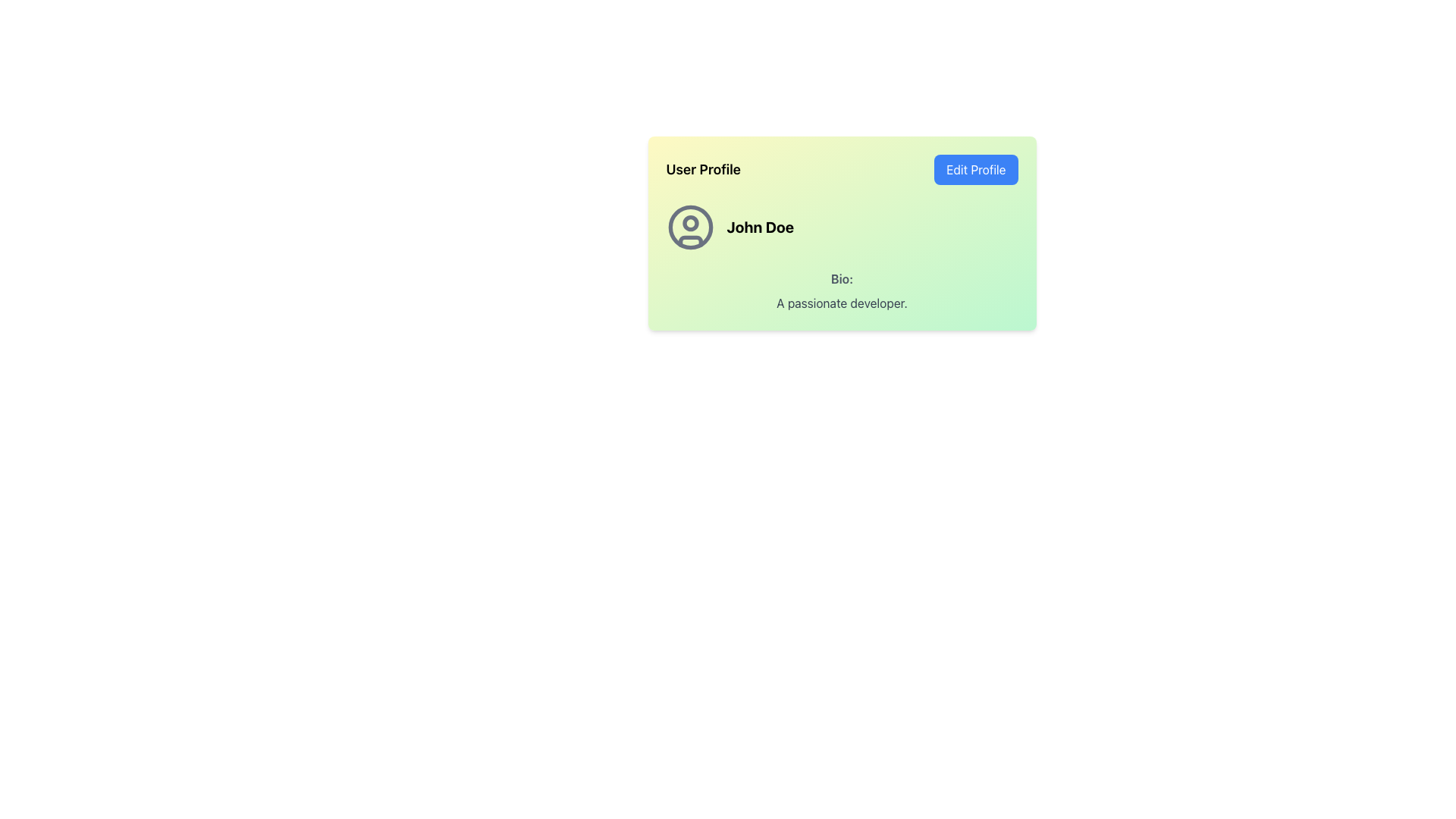  Describe the element at coordinates (760, 227) in the screenshot. I see `the text label displaying 'John Doe' which is in bold and slightly larger font, located adjacent to a user icon within the user profile panel` at that location.